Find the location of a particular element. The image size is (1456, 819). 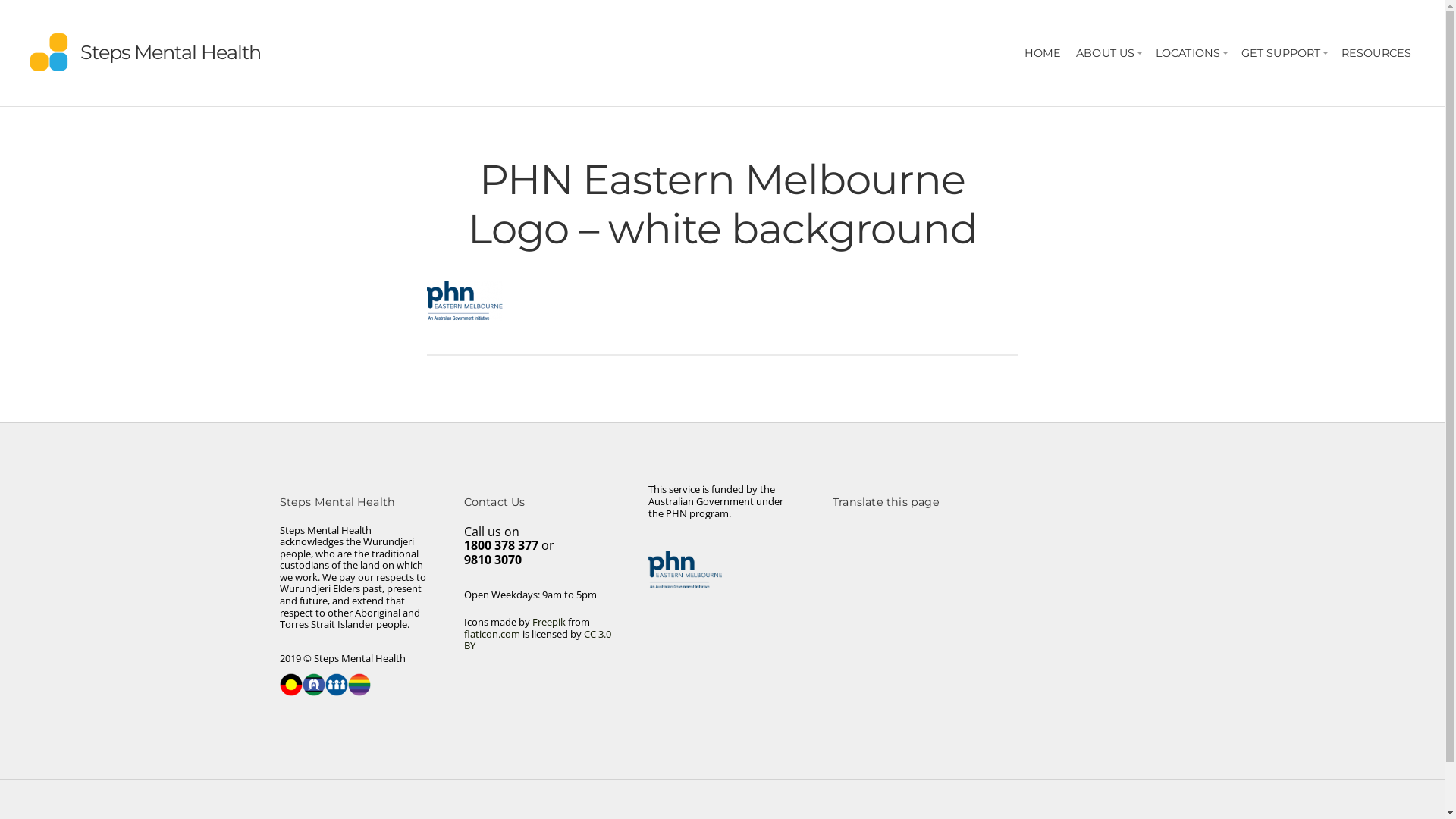

'CC 3.0 BY' is located at coordinates (538, 640).